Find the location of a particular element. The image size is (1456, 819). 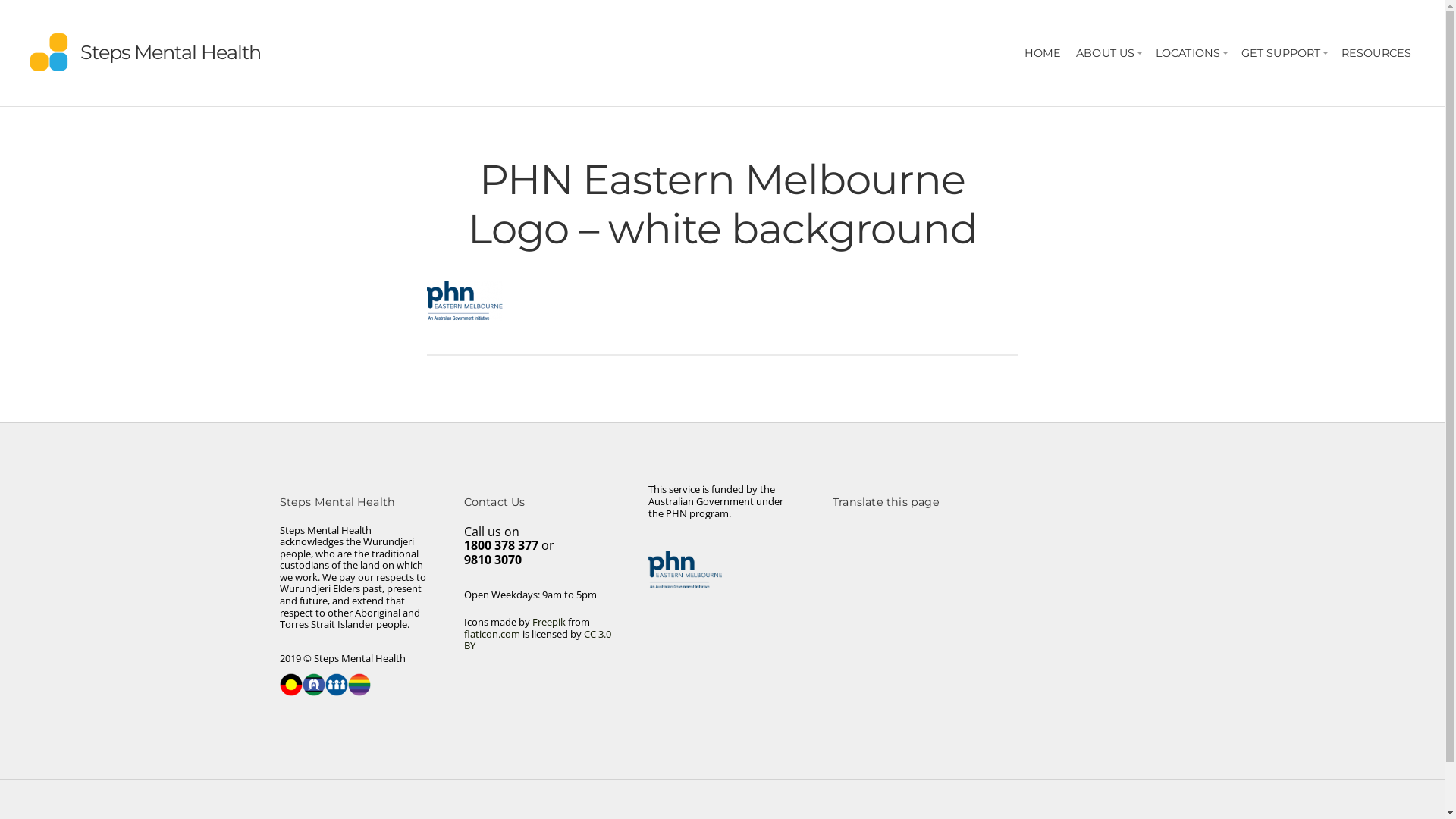

'CC 3.0 BY' is located at coordinates (538, 640).